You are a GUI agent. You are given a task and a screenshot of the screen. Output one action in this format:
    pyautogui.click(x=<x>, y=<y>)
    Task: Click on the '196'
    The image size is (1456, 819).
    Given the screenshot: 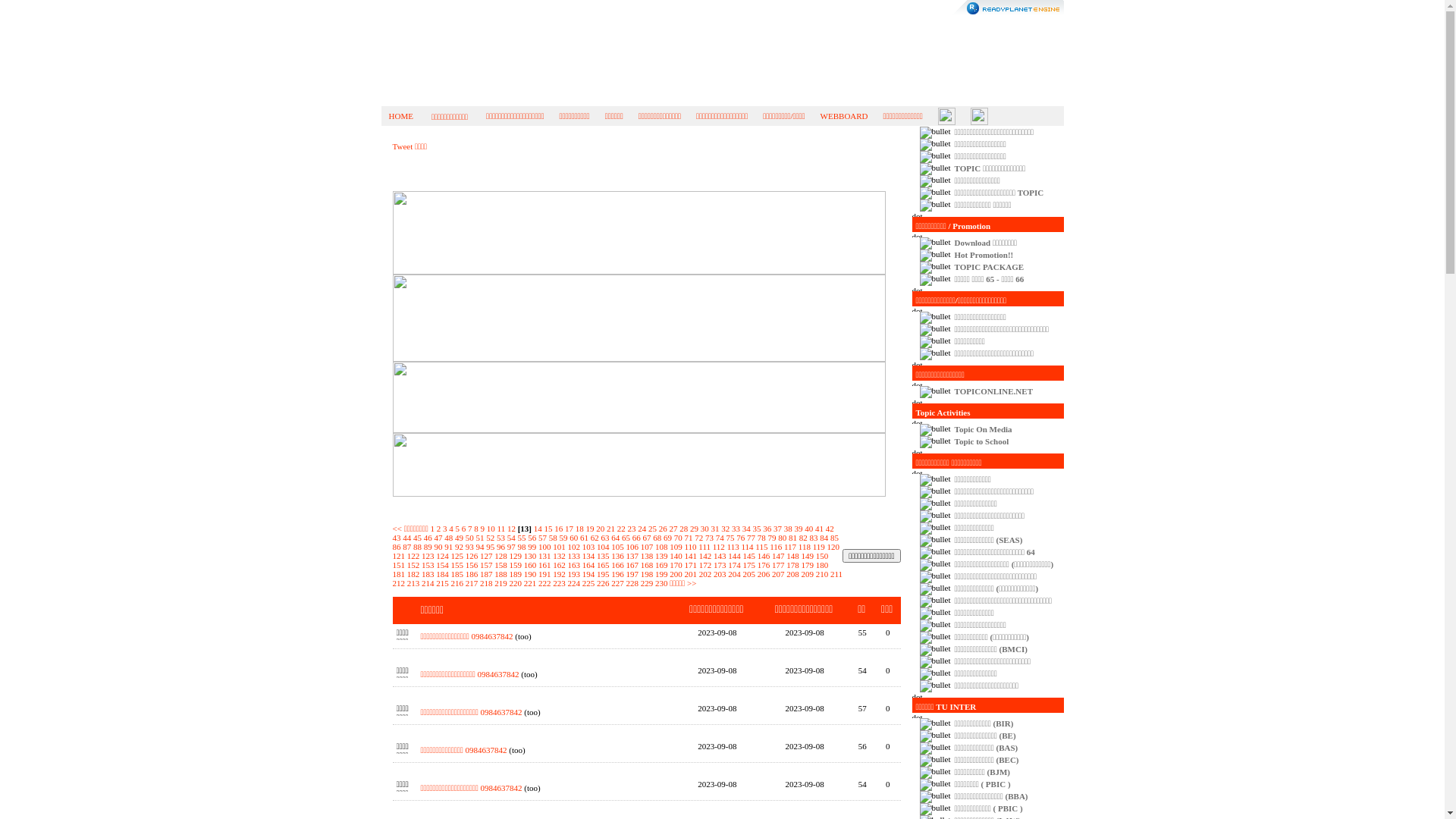 What is the action you would take?
    pyautogui.click(x=611, y=573)
    